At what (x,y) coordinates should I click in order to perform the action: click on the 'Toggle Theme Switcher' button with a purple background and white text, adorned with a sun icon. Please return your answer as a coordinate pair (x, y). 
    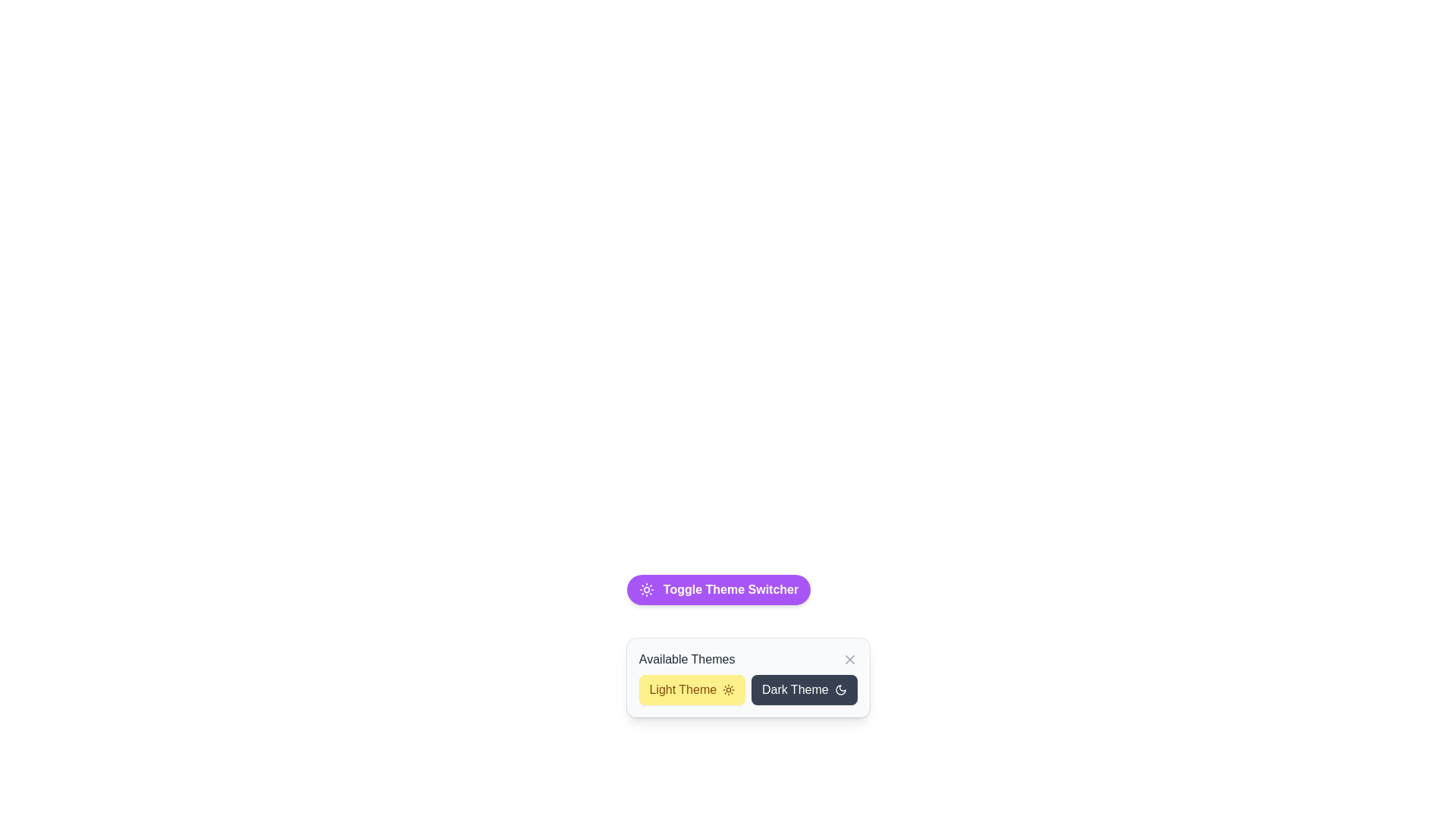
    Looking at the image, I should click on (718, 589).